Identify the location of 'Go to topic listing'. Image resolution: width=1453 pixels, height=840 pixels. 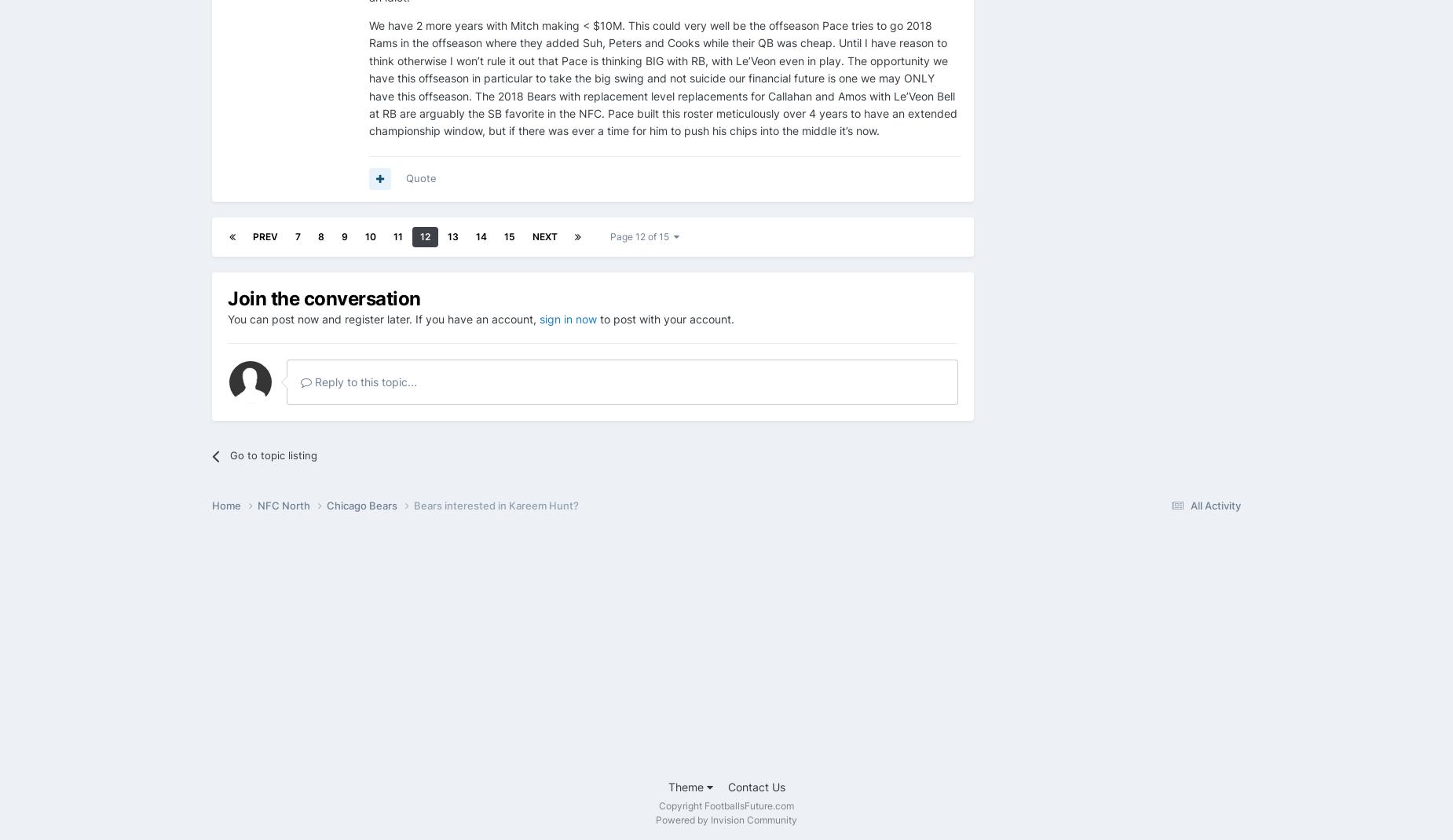
(273, 453).